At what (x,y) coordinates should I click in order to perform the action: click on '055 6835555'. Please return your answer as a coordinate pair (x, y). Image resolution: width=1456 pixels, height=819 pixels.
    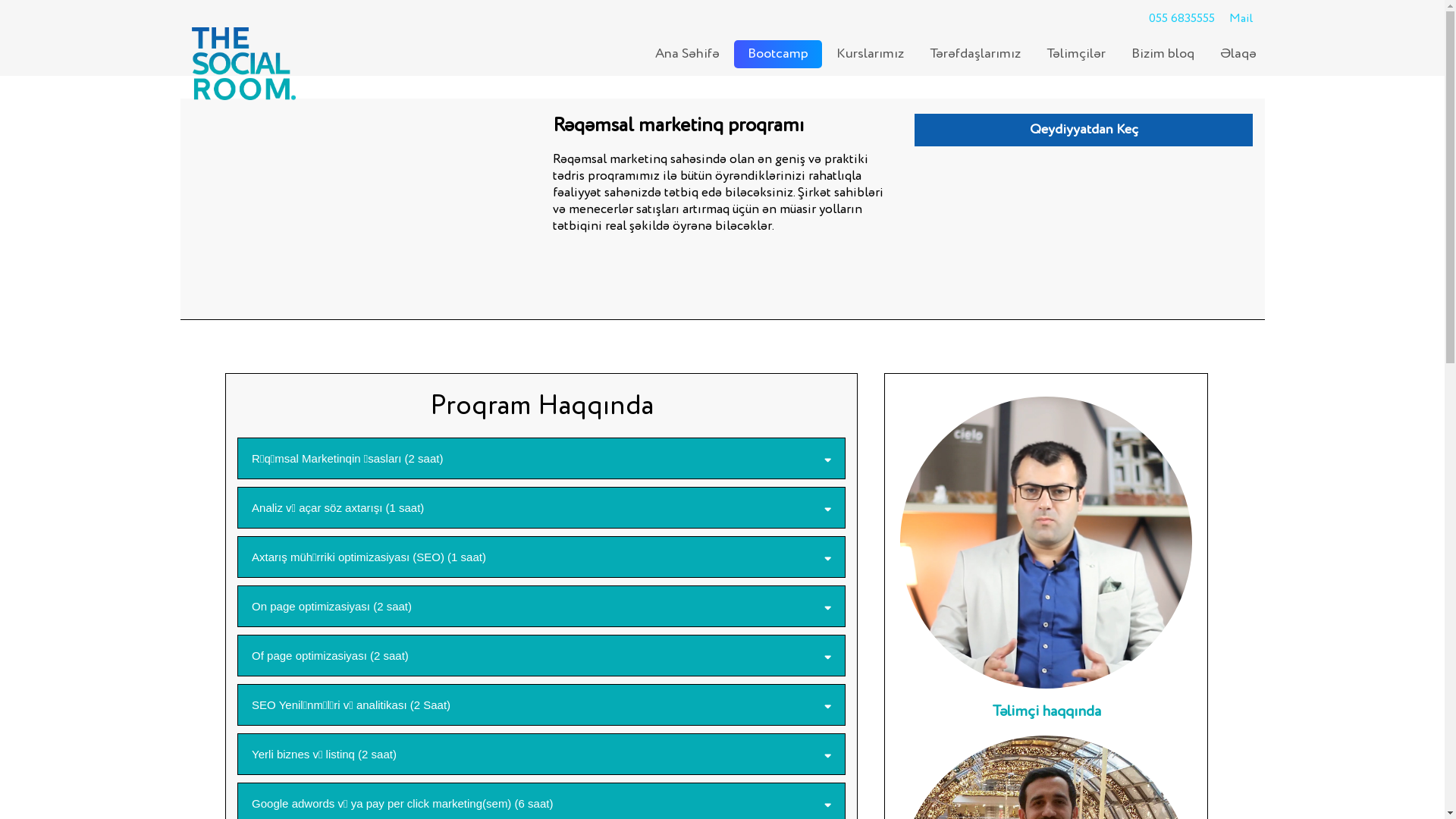
    Looking at the image, I should click on (1149, 18).